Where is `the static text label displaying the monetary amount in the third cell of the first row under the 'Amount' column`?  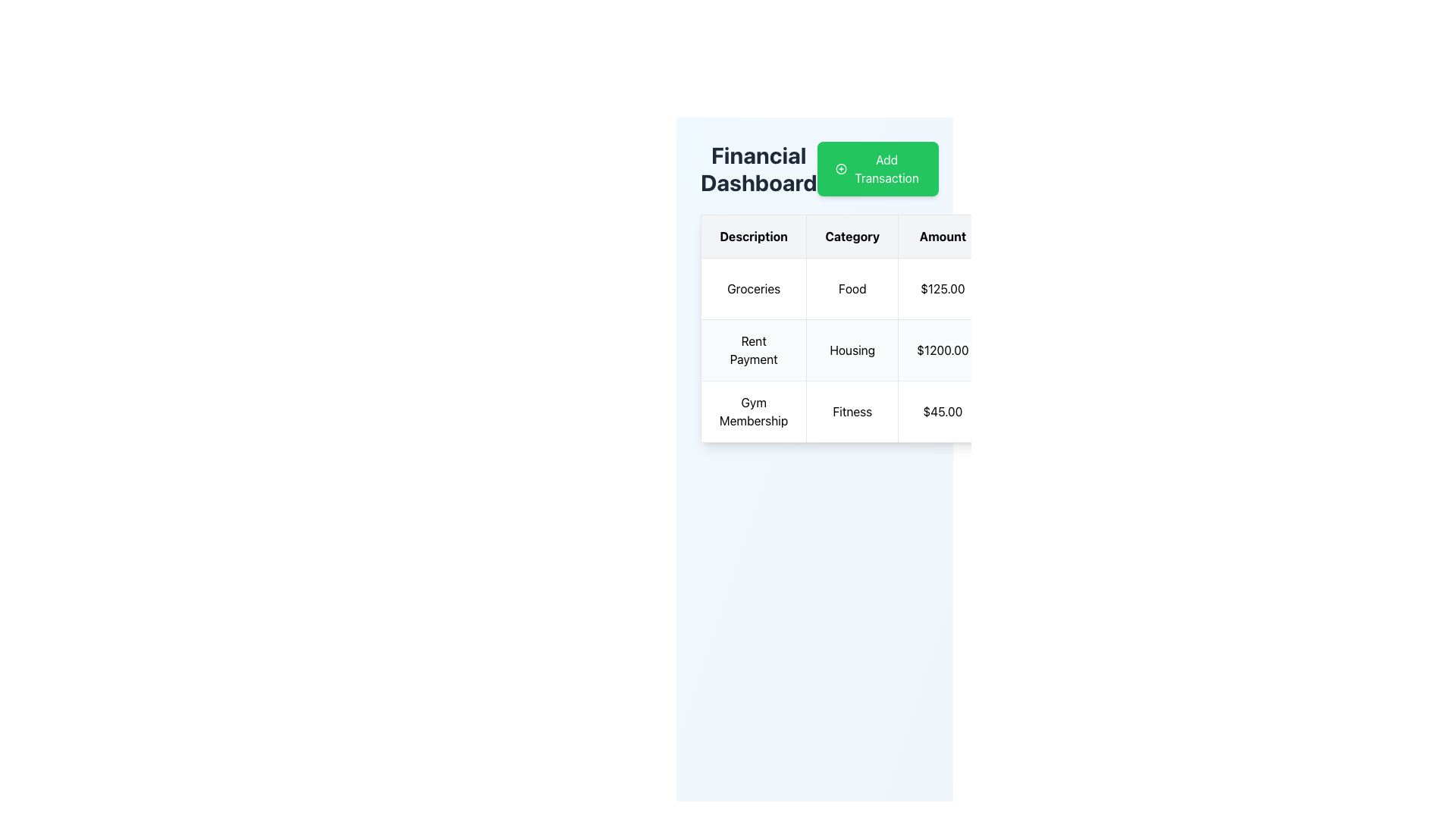
the static text label displaying the monetary amount in the third cell of the first row under the 'Amount' column is located at coordinates (942, 289).